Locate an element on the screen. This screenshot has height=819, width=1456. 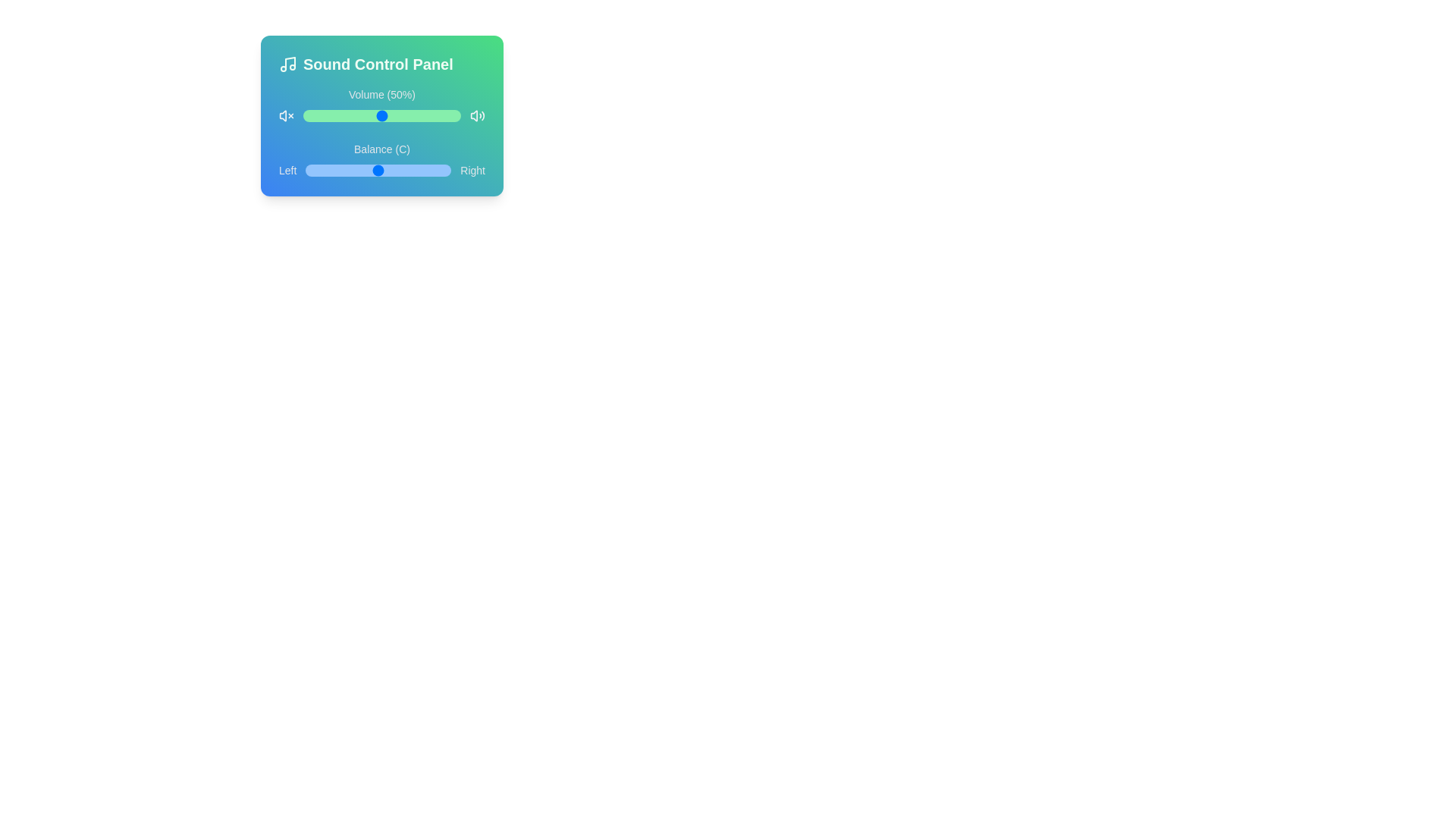
the volume level is located at coordinates (435, 115).